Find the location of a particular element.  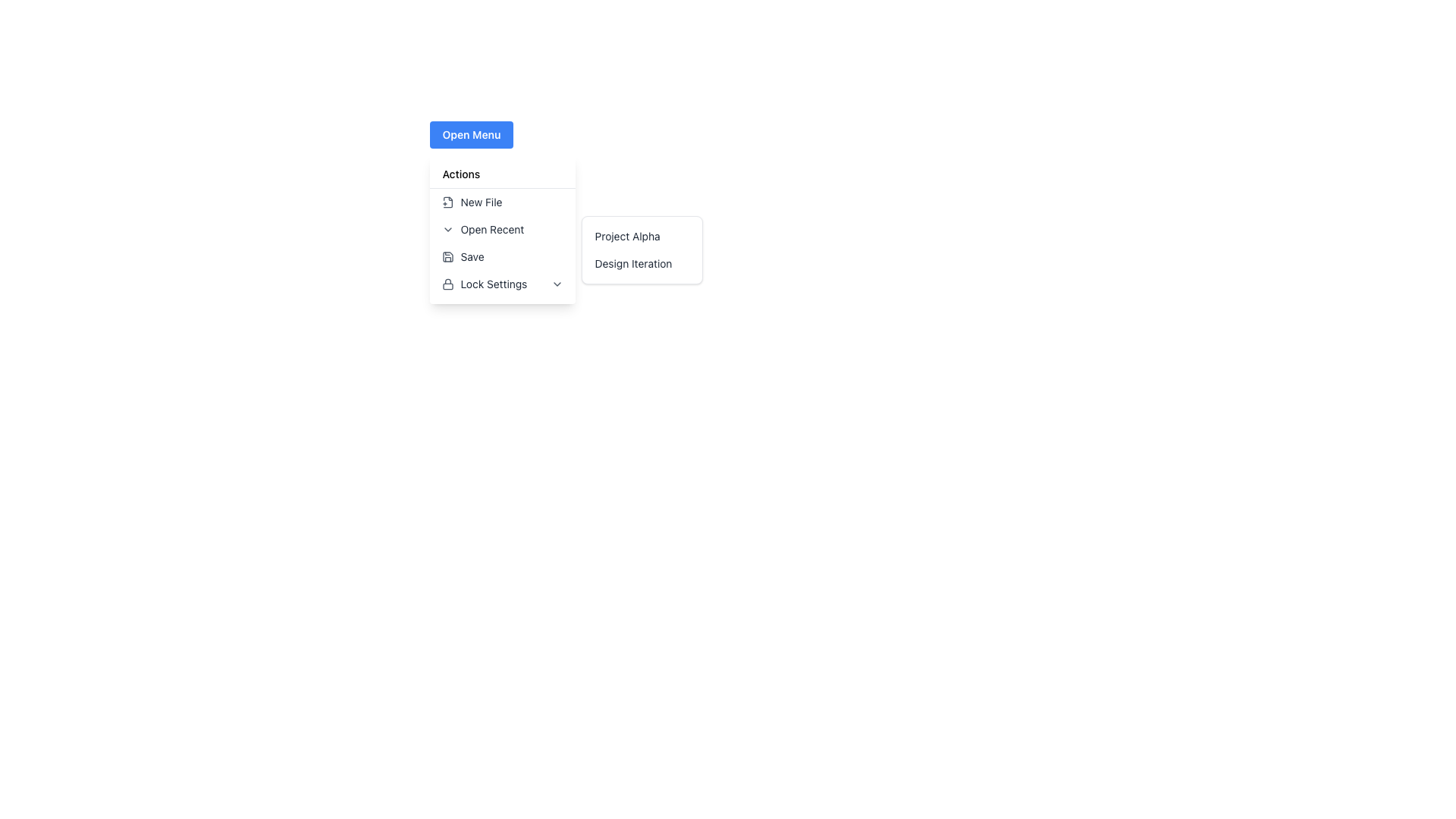

the rectangular button with a blue background and white text that says 'Open Menu' is located at coordinates (471, 133).